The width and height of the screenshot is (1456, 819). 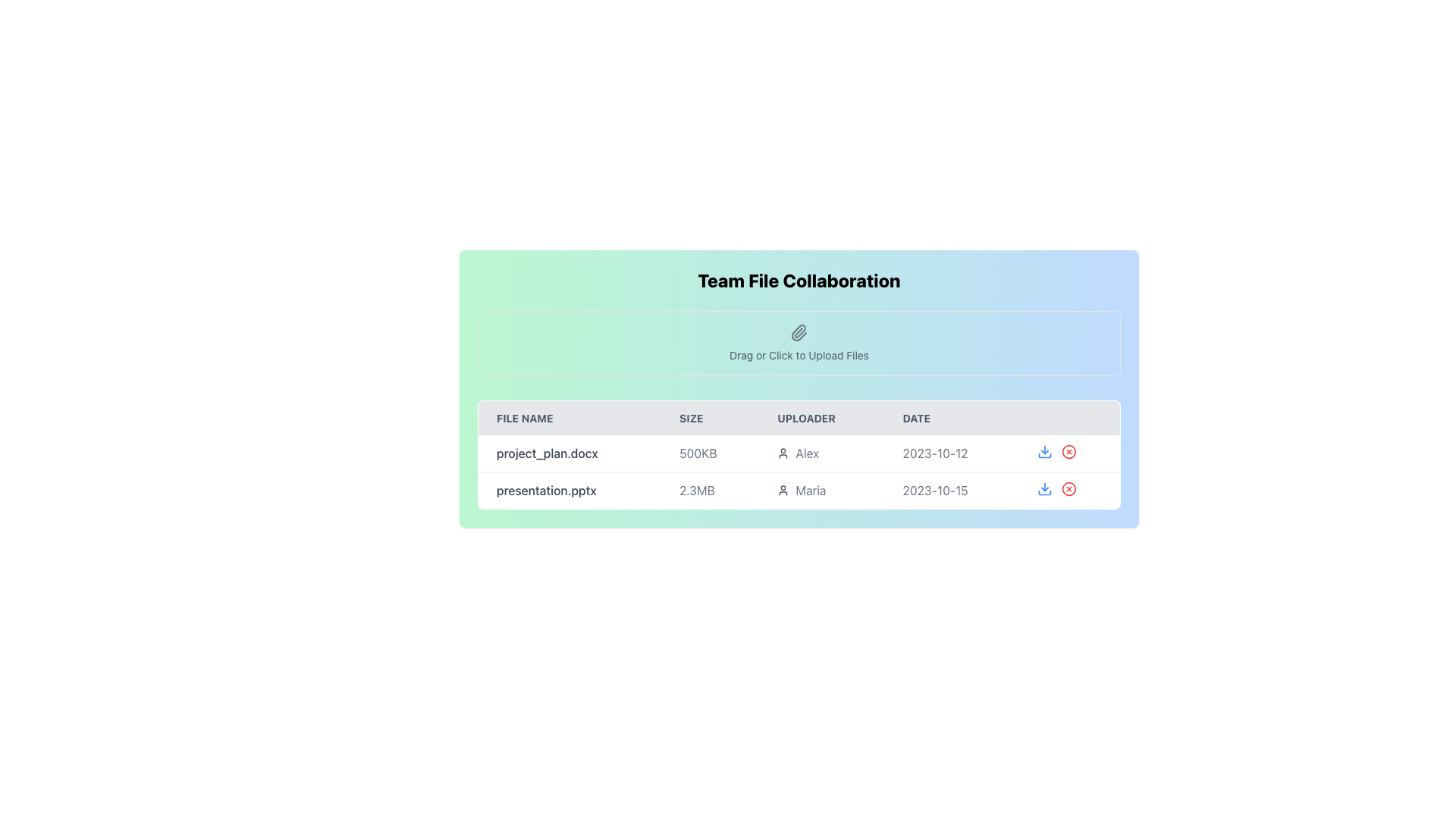 I want to click on the text label displaying 'project_plan.docx' in grey font, located in the first row of the files table under the 'FILE NAME' column, so click(x=569, y=453).